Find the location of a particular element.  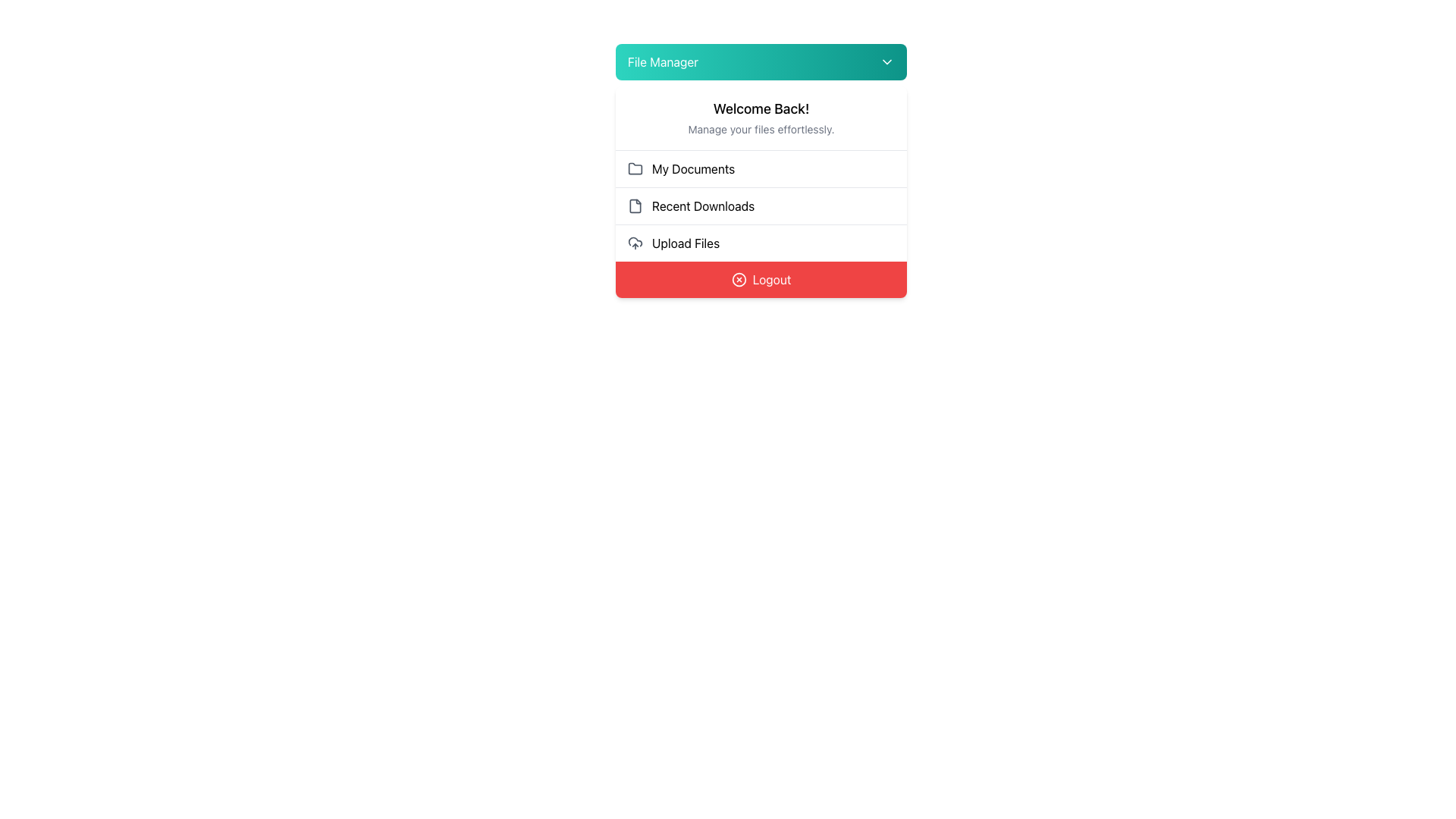

the 'Upload Files' label, which is located below the 'Recent Downloads' item in a vertically-arranged menu, to initiate an upload operation is located at coordinates (685, 242).